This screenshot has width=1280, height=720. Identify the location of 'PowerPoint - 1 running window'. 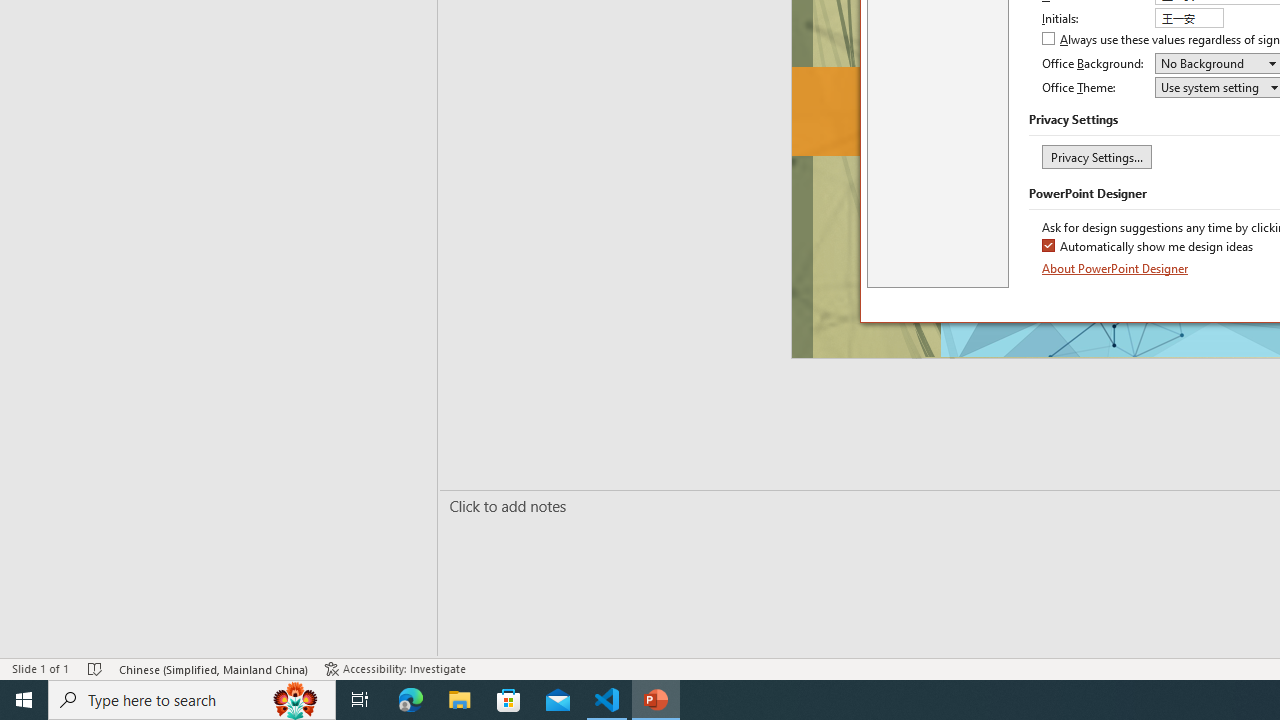
(656, 698).